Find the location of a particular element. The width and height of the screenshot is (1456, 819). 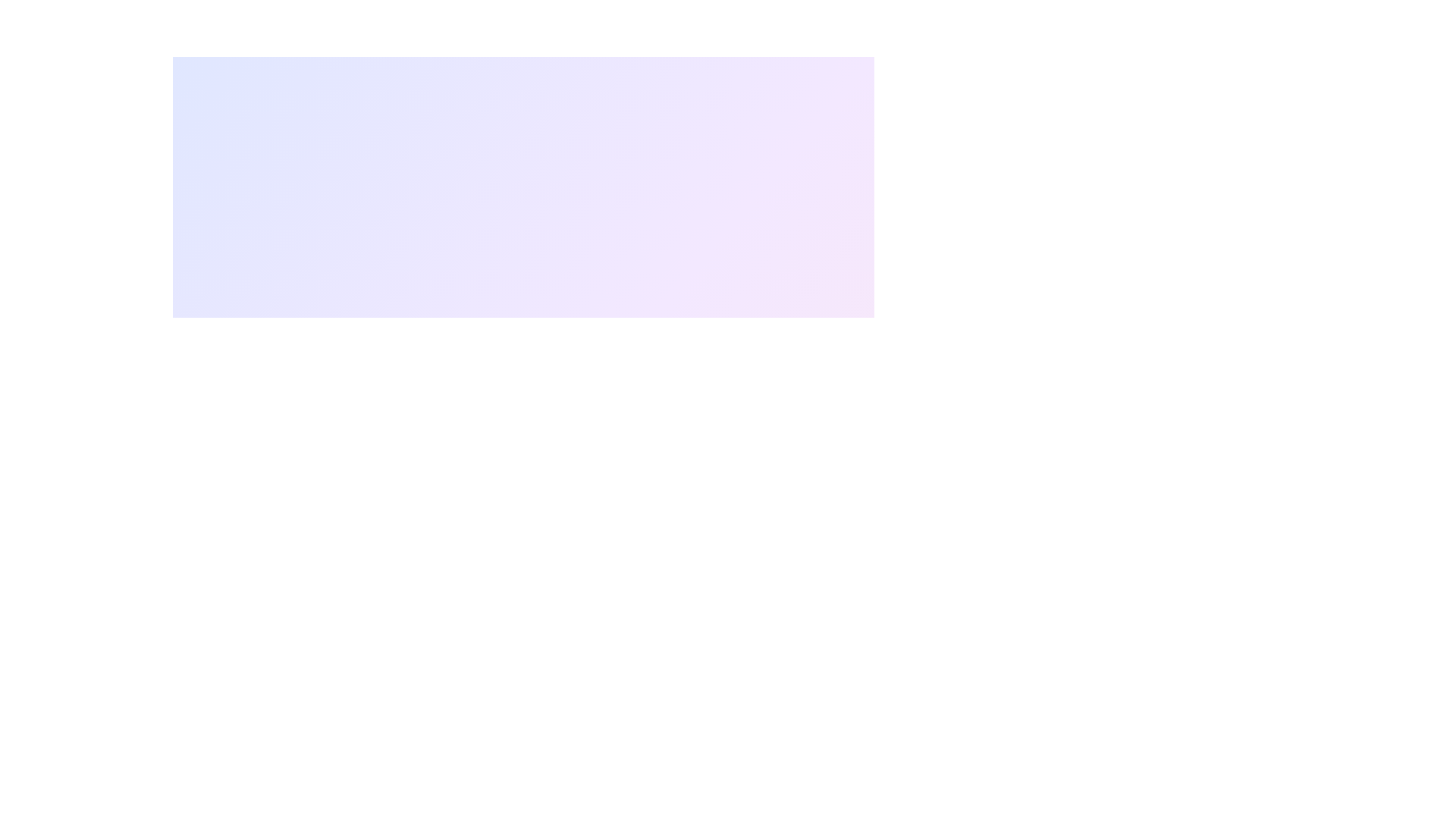

the circular SVG element defined by a bold outline, centered within an area containing other shapes is located at coordinates (523, 409).